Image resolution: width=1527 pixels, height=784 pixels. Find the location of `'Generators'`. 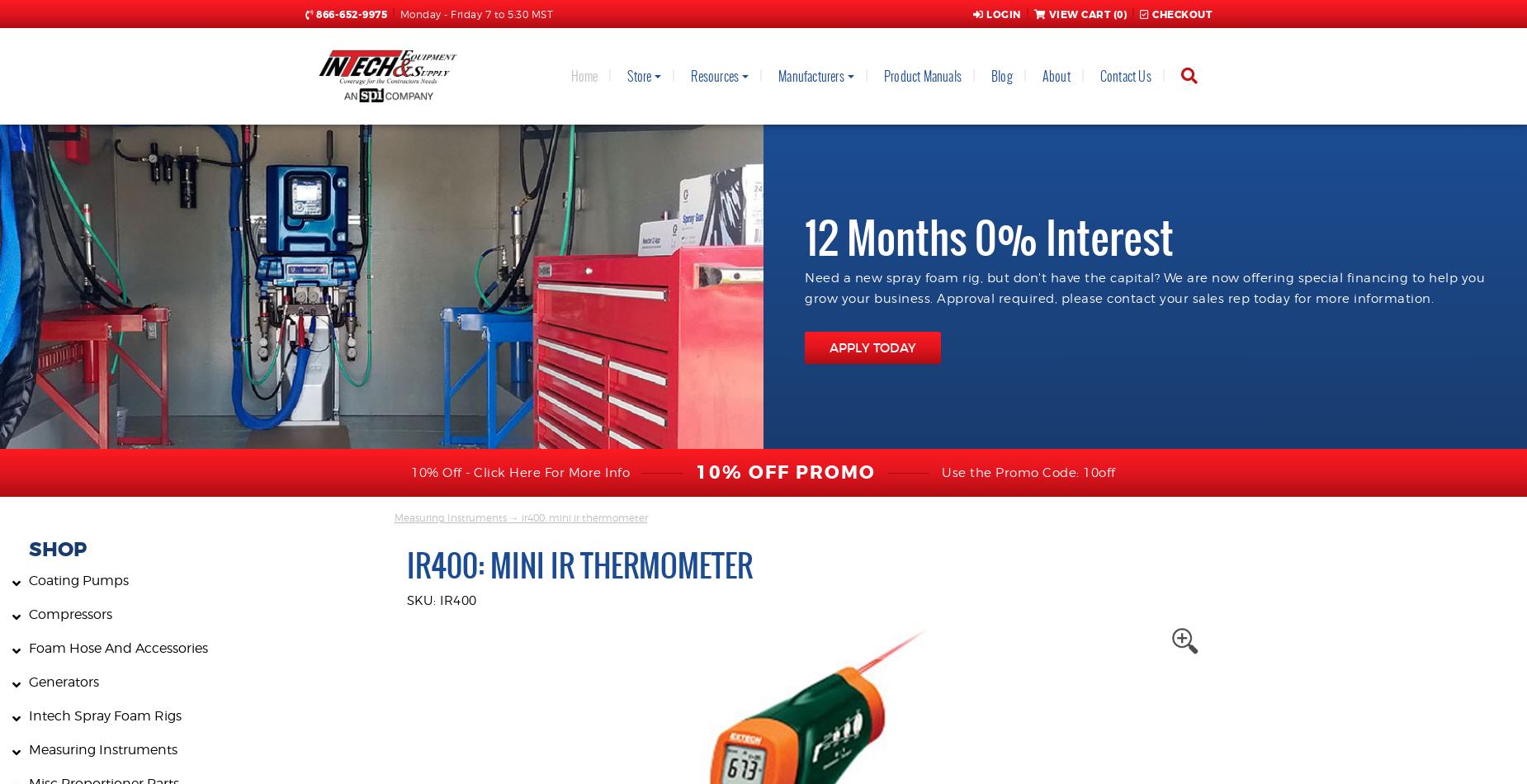

'Generators' is located at coordinates (63, 681).